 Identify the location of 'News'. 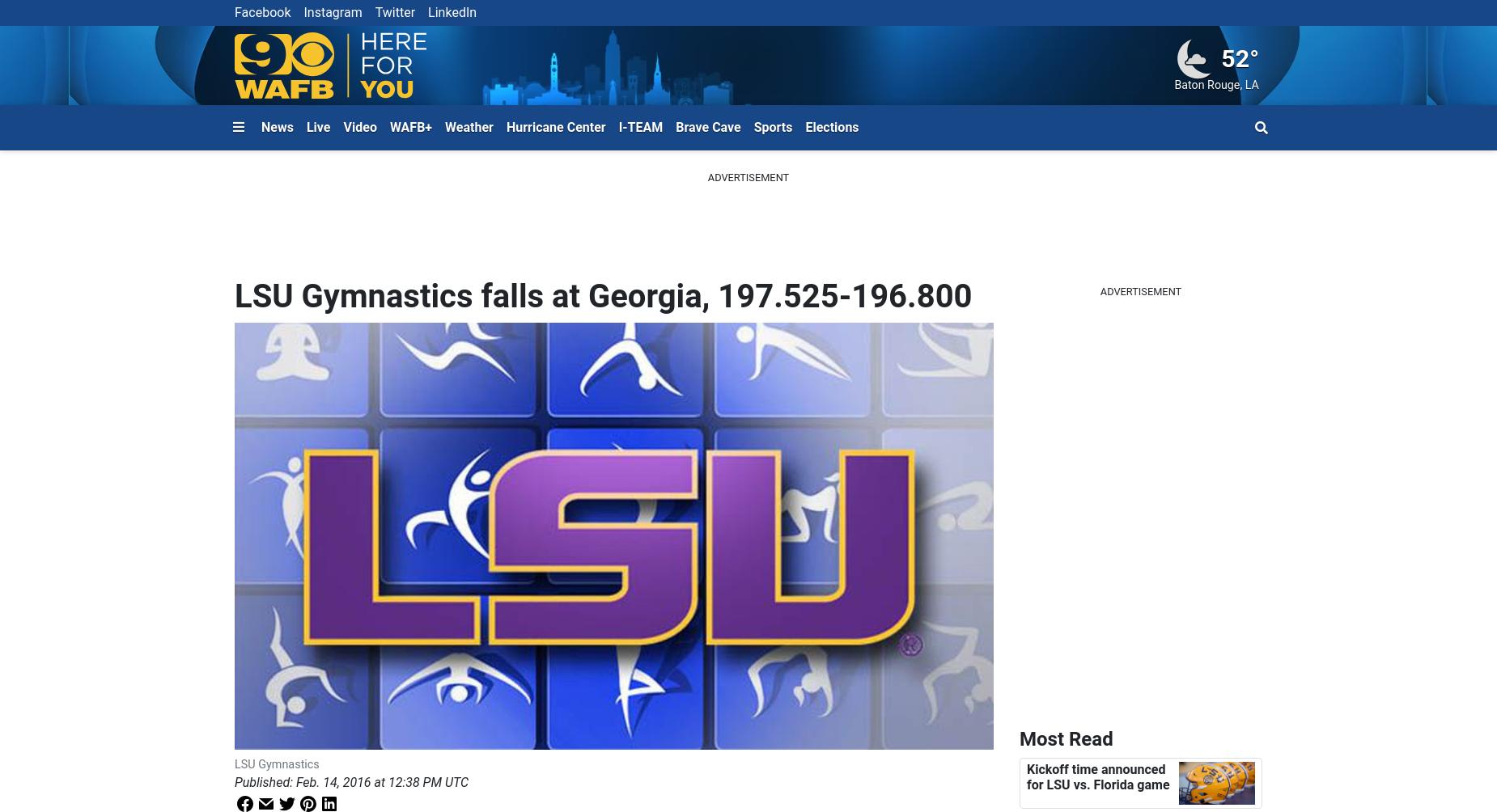
(261, 125).